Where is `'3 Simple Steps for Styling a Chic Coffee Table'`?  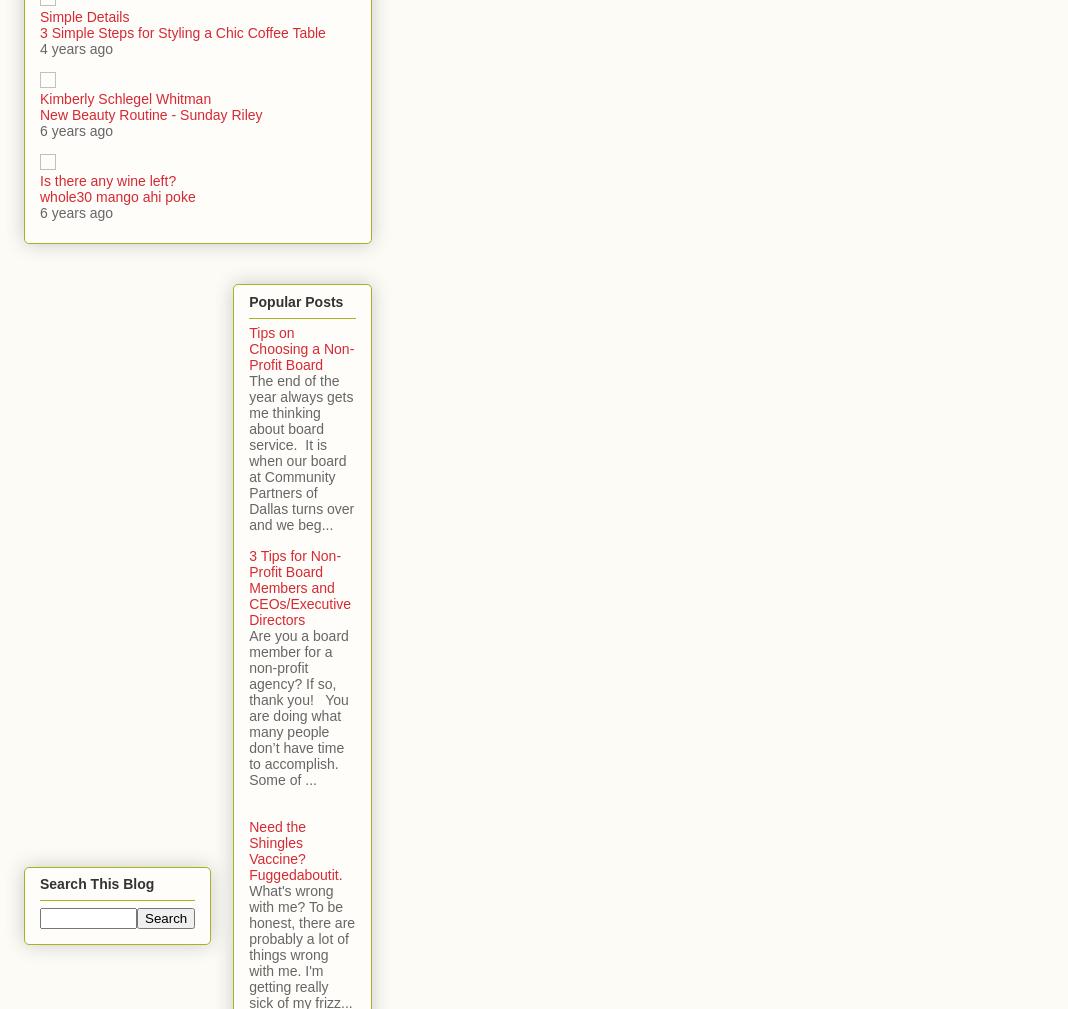
'3 Simple Steps for Styling a Chic Coffee Table' is located at coordinates (182, 31).